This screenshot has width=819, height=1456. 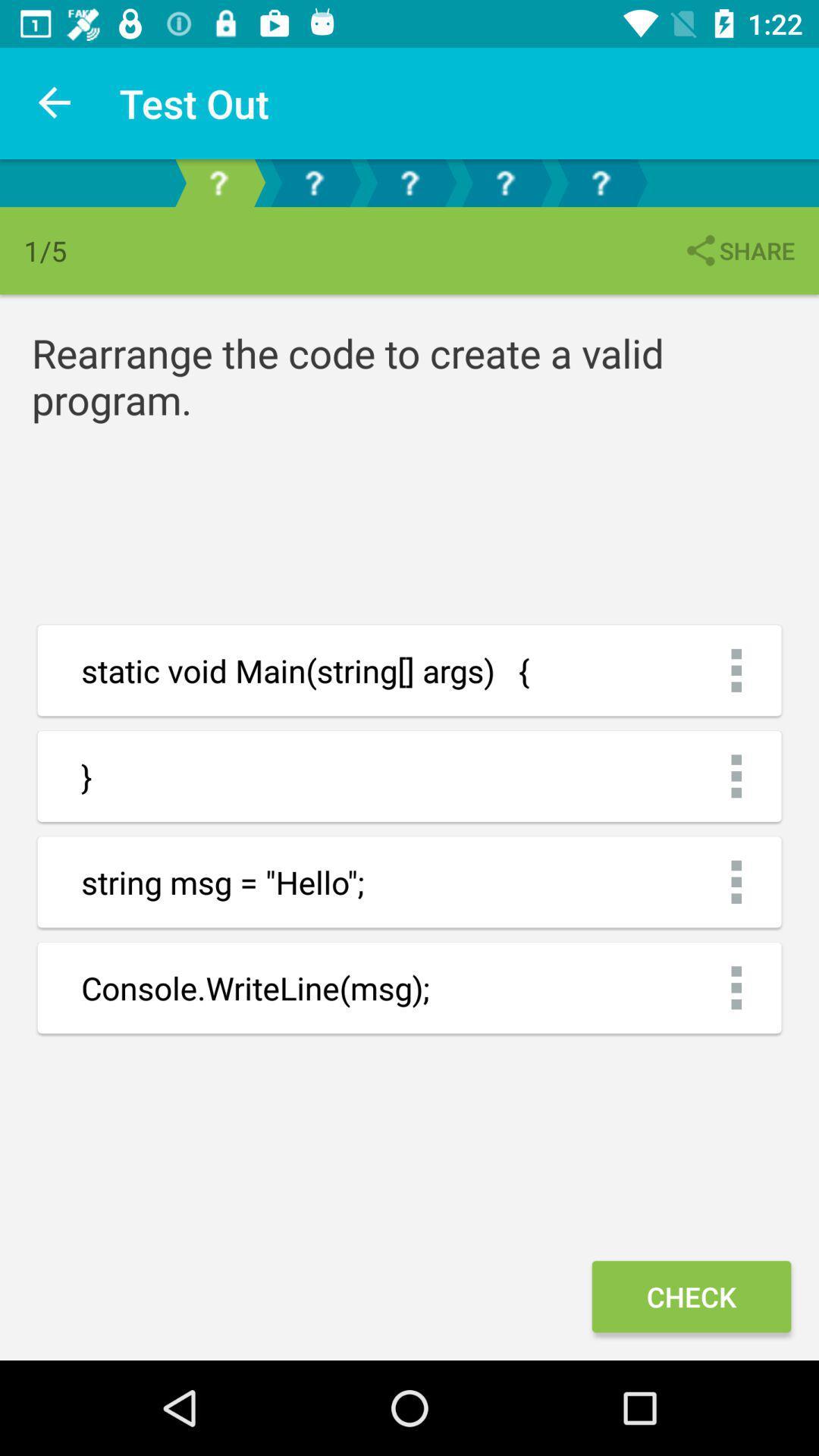 What do you see at coordinates (691, 1295) in the screenshot?
I see `the check icon` at bounding box center [691, 1295].